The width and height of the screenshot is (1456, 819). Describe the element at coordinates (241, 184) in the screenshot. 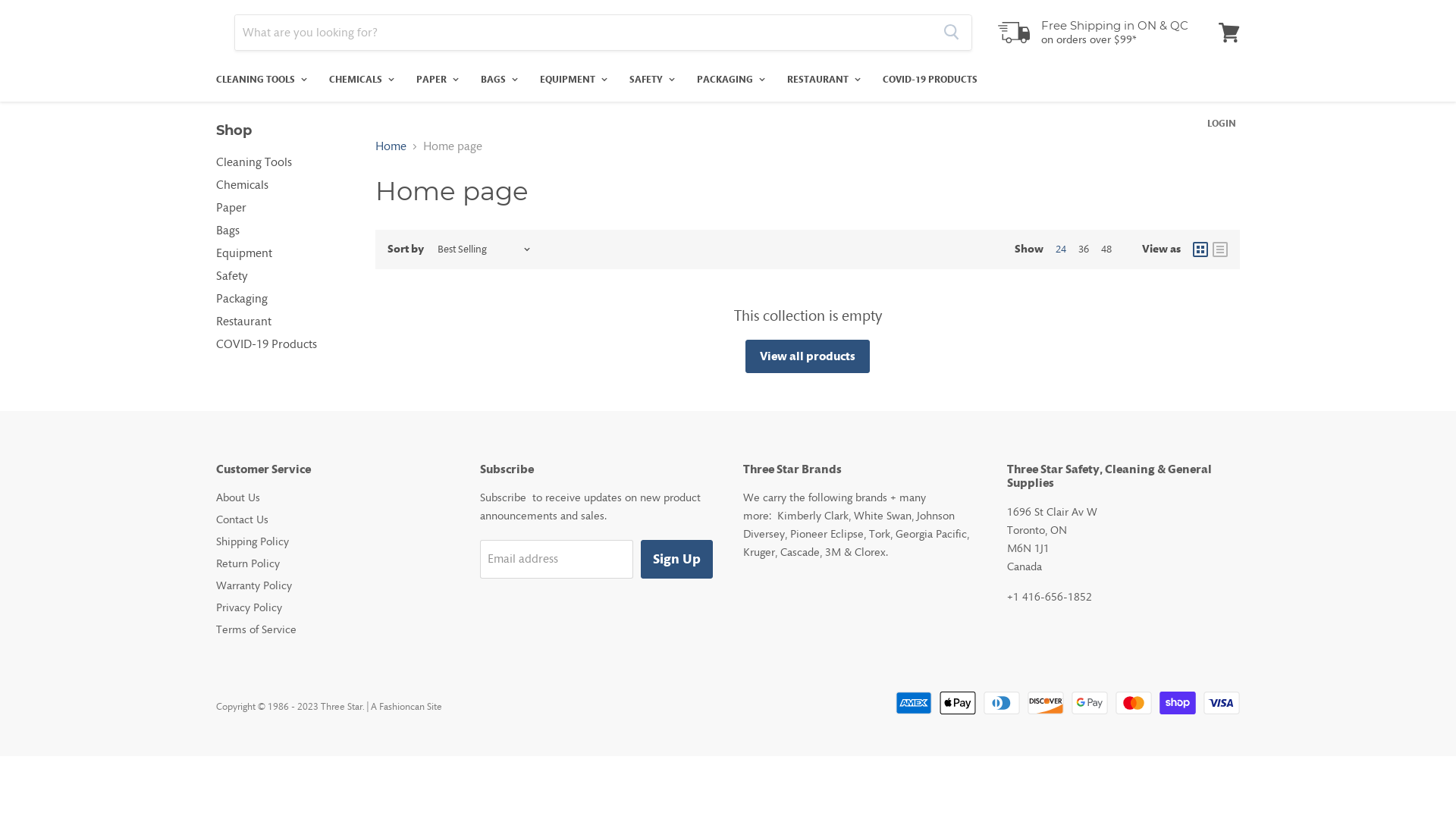

I see `'Chemicals'` at that location.